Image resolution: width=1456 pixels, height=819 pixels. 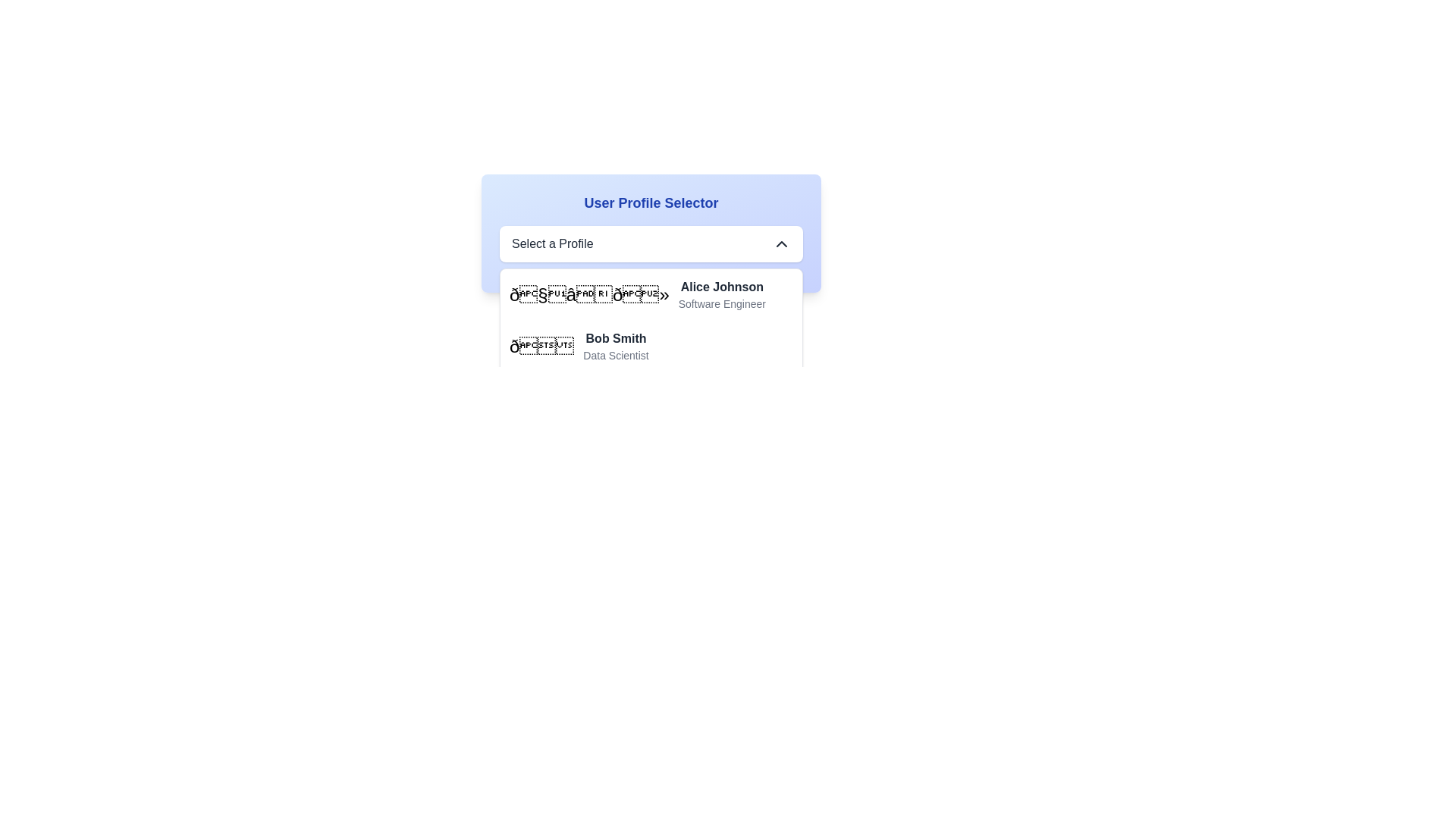 What do you see at coordinates (721, 287) in the screenshot?
I see `the label displaying 'Alice Johnson', which is in bold dark gray font on a white background, positioned above the job title 'Software Engineer' in the 'User Profile Selector' section` at bounding box center [721, 287].